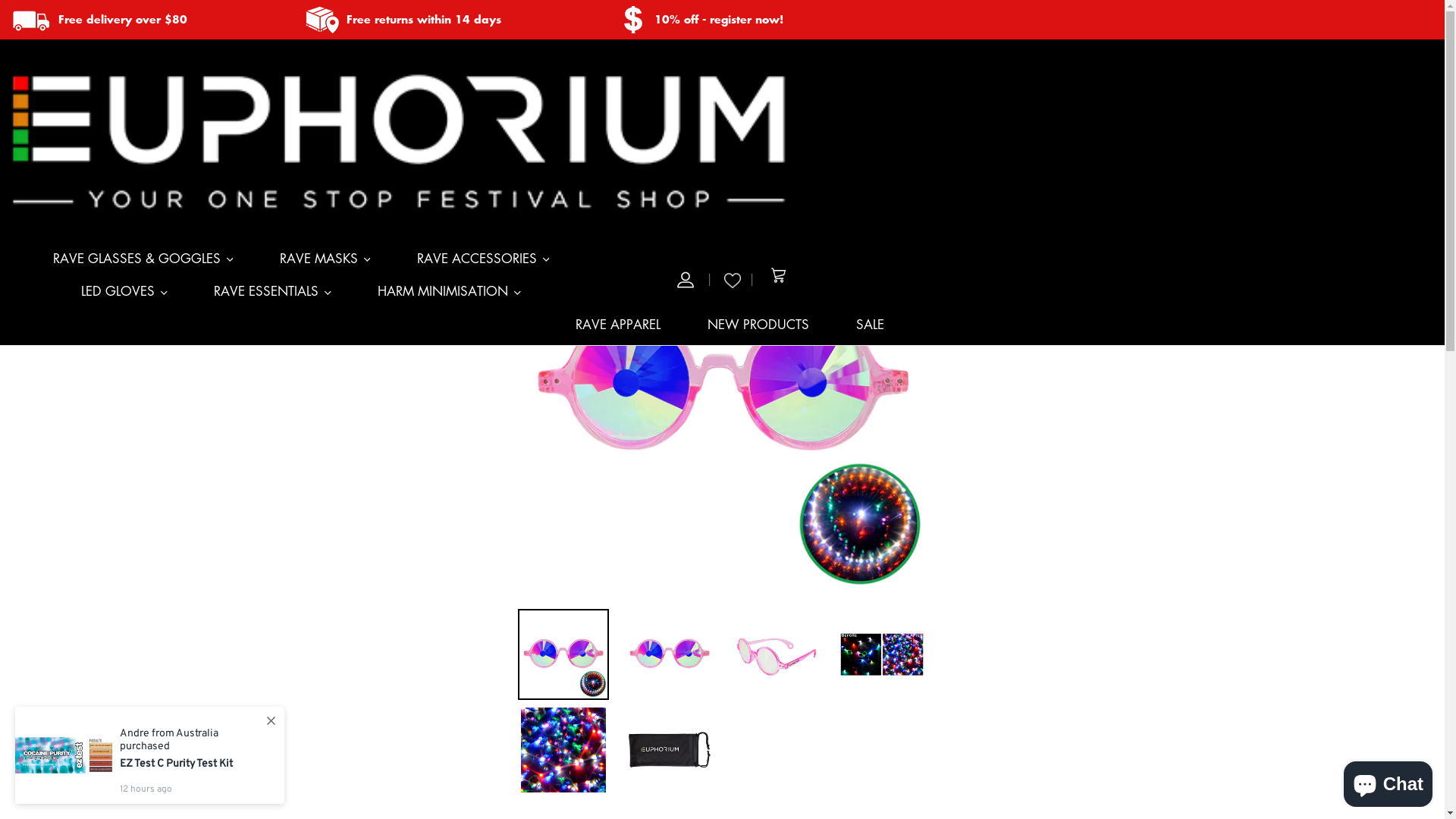  Describe the element at coordinates (758, 328) in the screenshot. I see `'NEW PRODUCTS'` at that location.